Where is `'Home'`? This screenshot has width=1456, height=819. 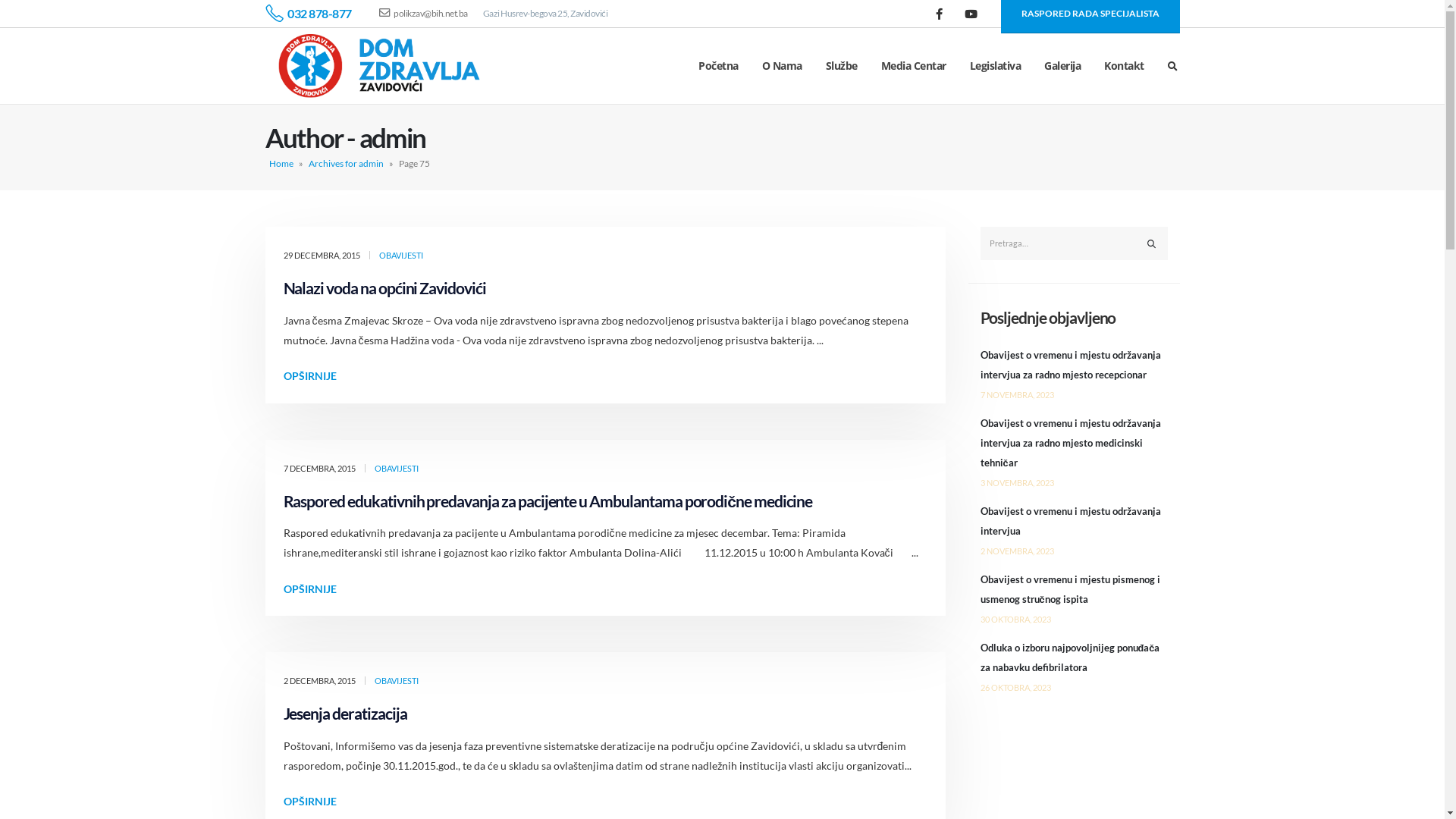 'Home' is located at coordinates (280, 163).